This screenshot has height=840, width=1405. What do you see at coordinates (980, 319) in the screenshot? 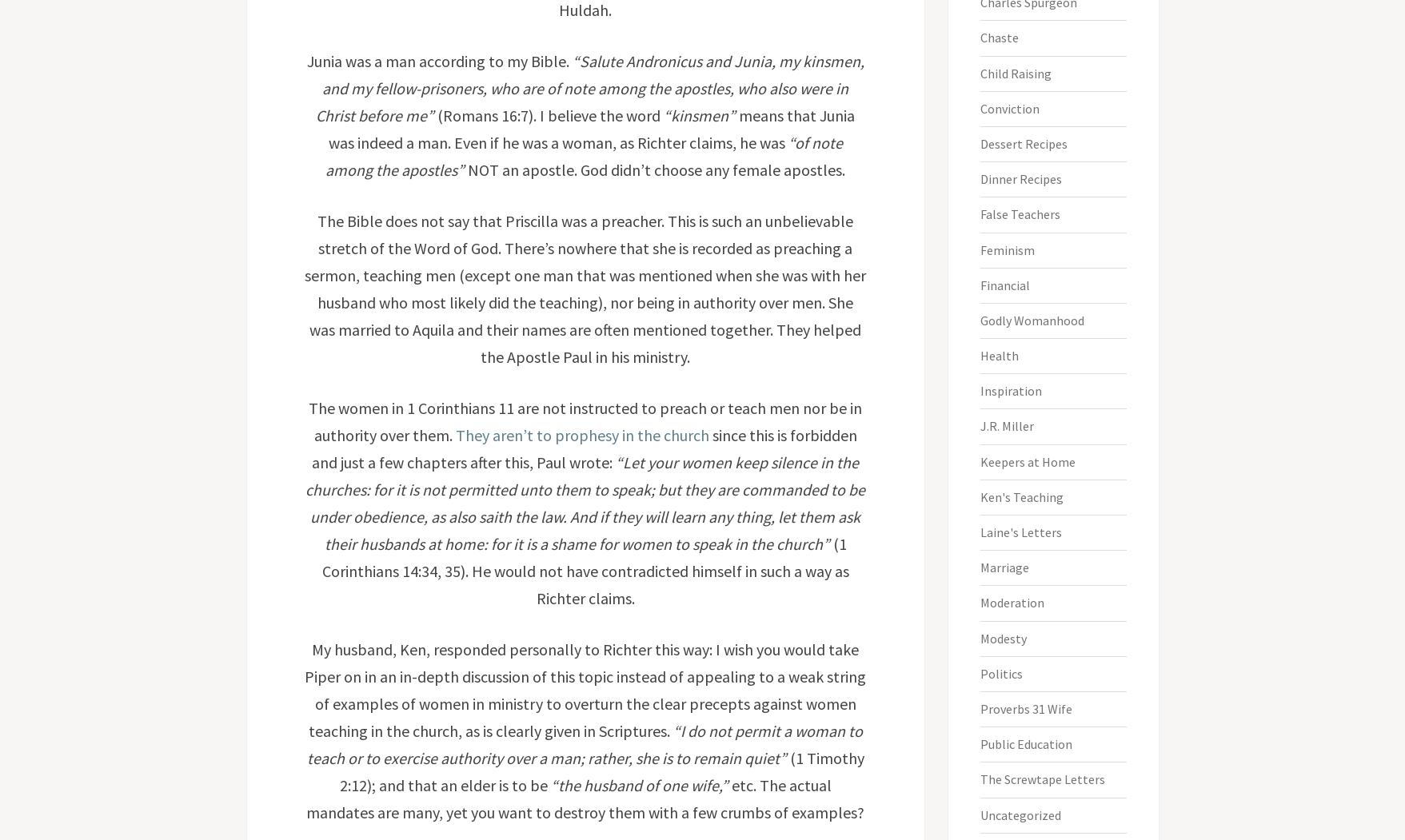
I see `'Godly Womanhood'` at bounding box center [980, 319].